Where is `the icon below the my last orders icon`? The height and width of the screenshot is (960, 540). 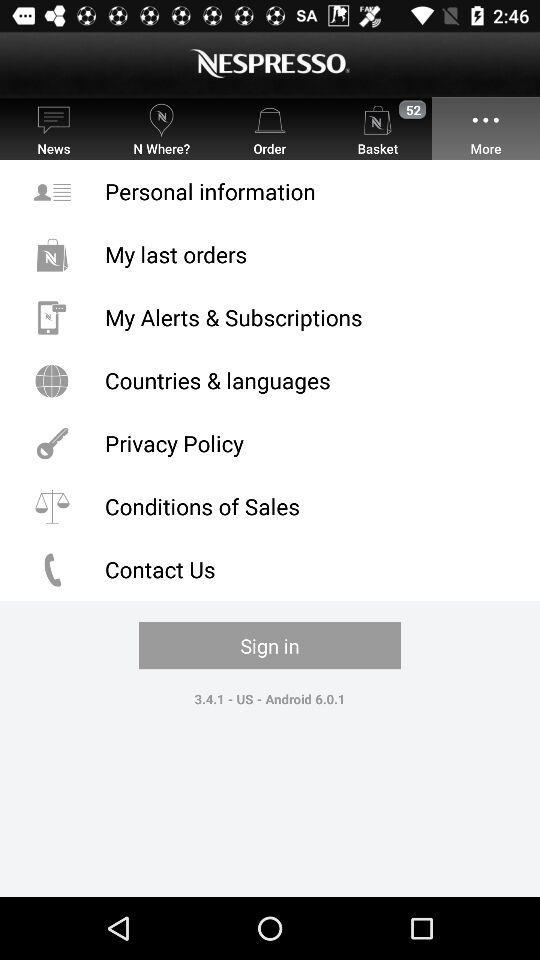
the icon below the my last orders icon is located at coordinates (270, 317).